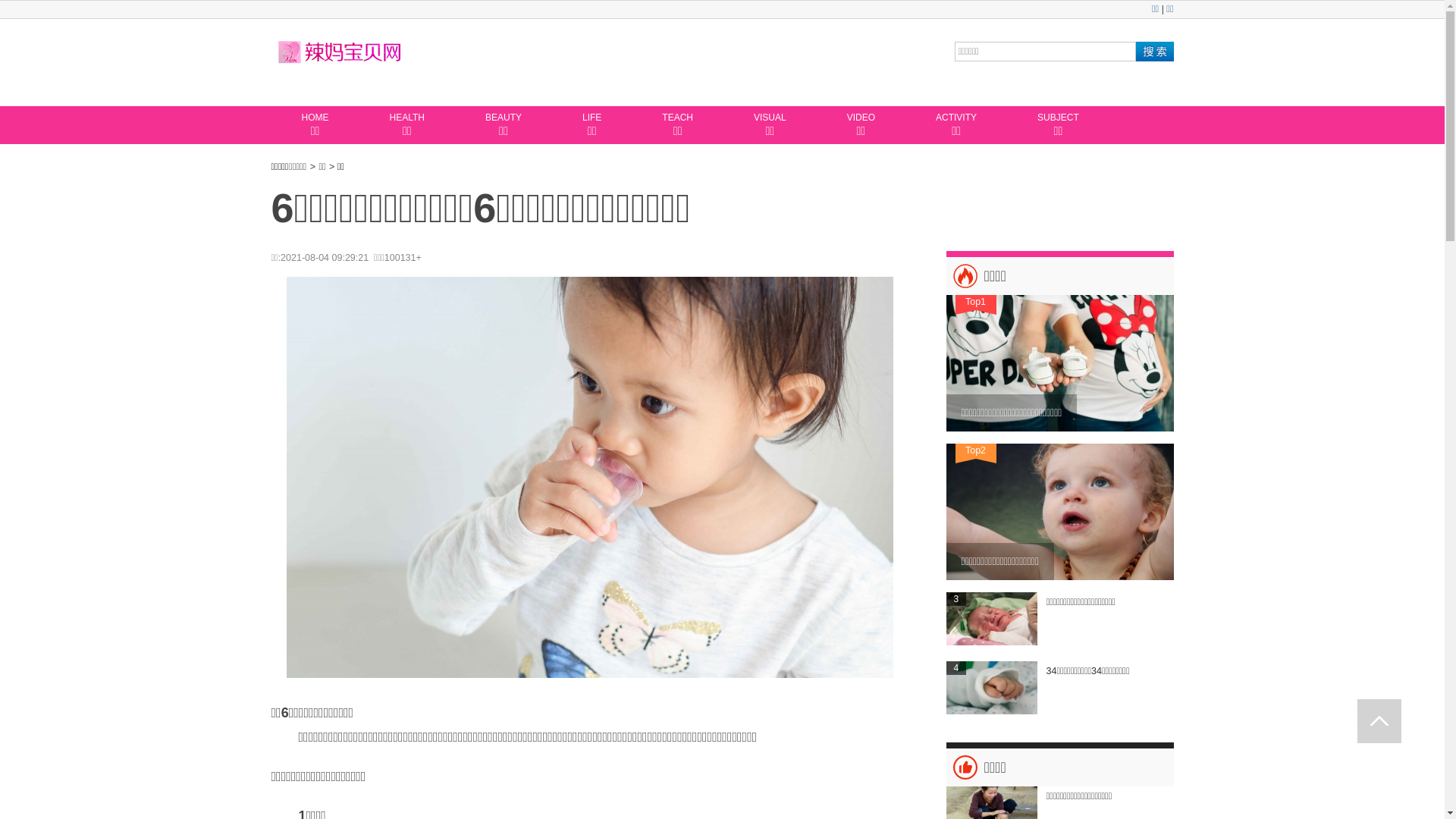  Describe the element at coordinates (1379, 720) in the screenshot. I see `' '` at that location.